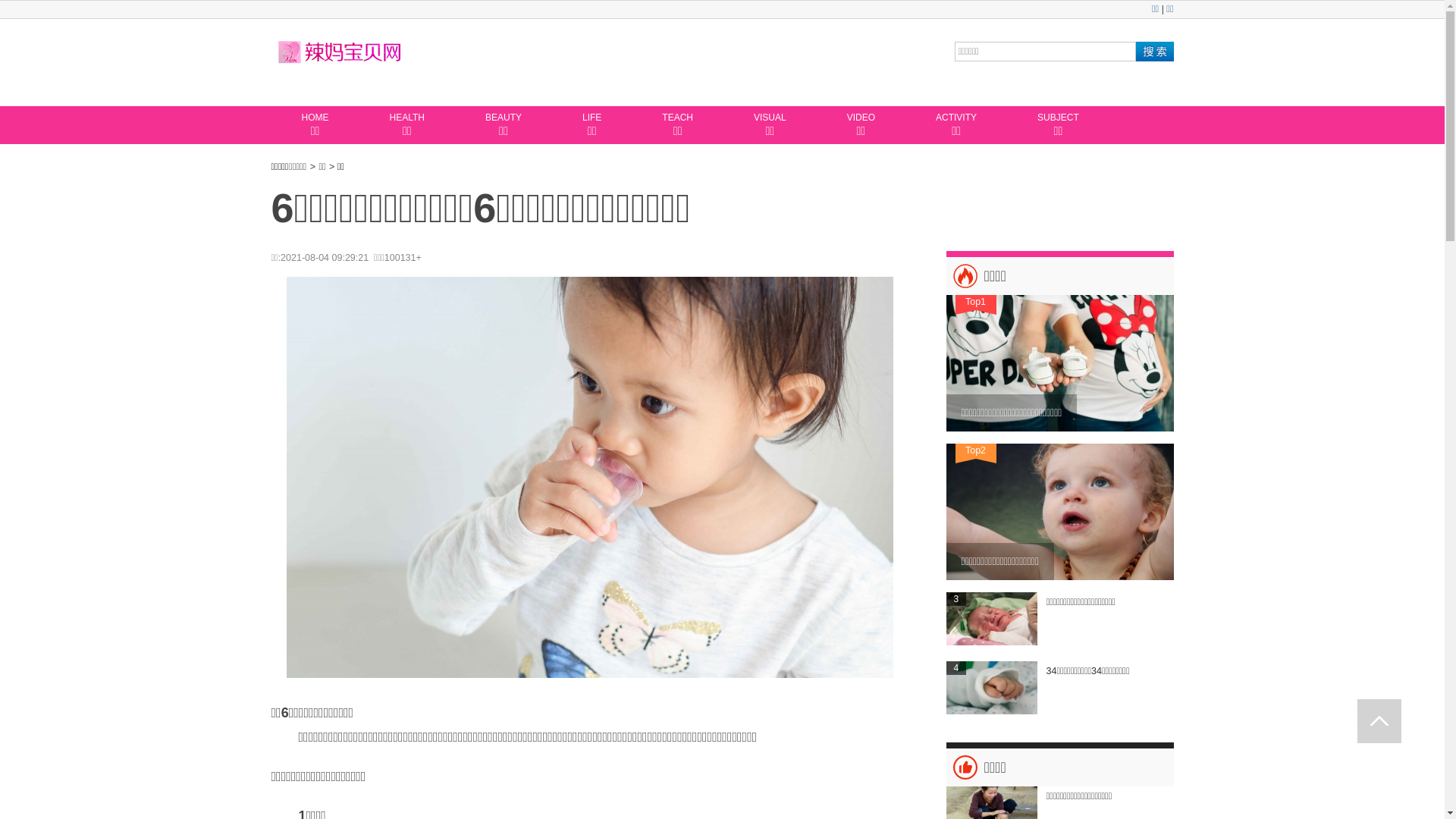  Describe the element at coordinates (1379, 720) in the screenshot. I see `' '` at that location.